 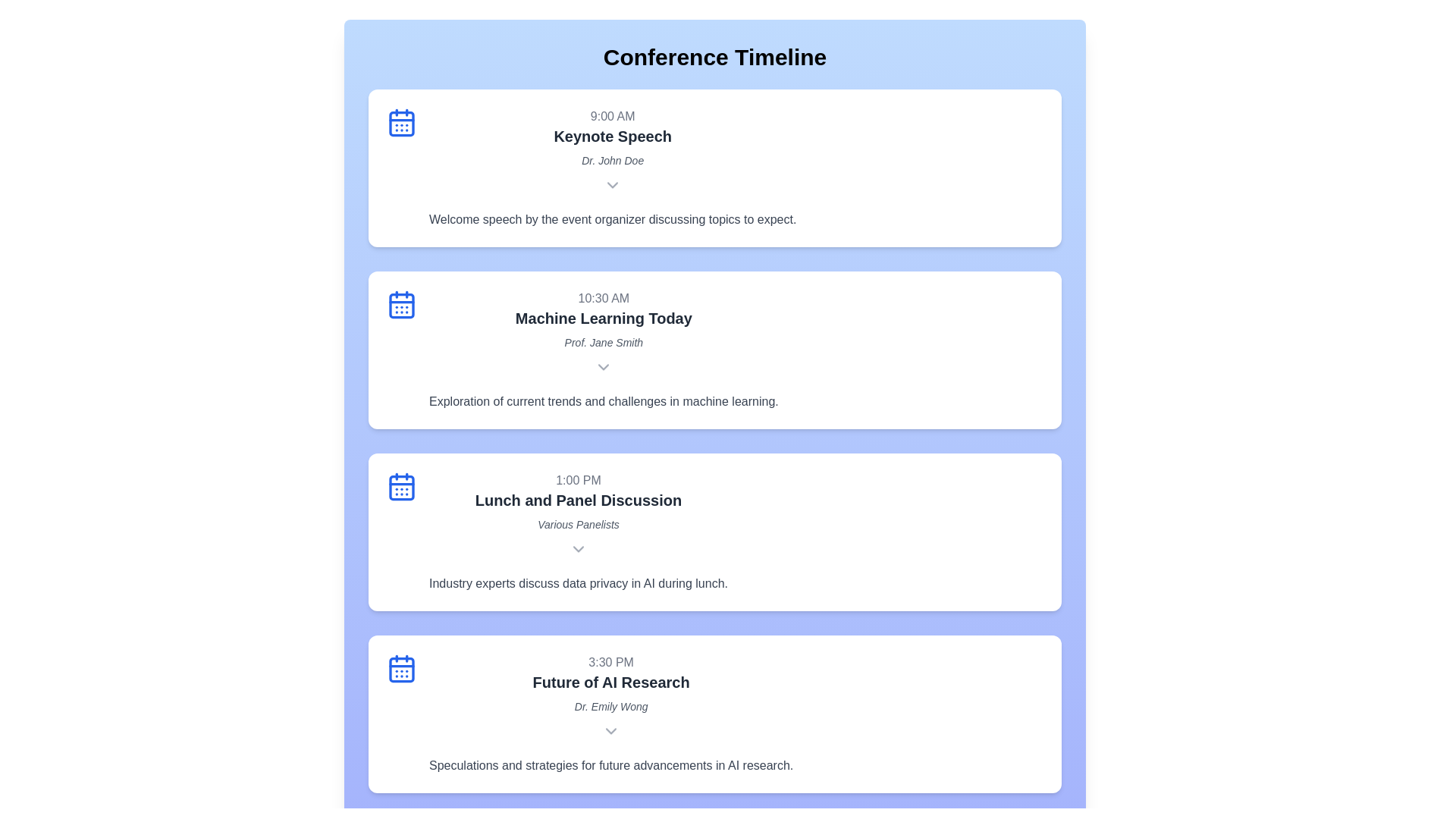 I want to click on the first section card in the schedule list displaying a time, title, speaker name, description, and a downward-facing chevron icon, so click(x=612, y=168).